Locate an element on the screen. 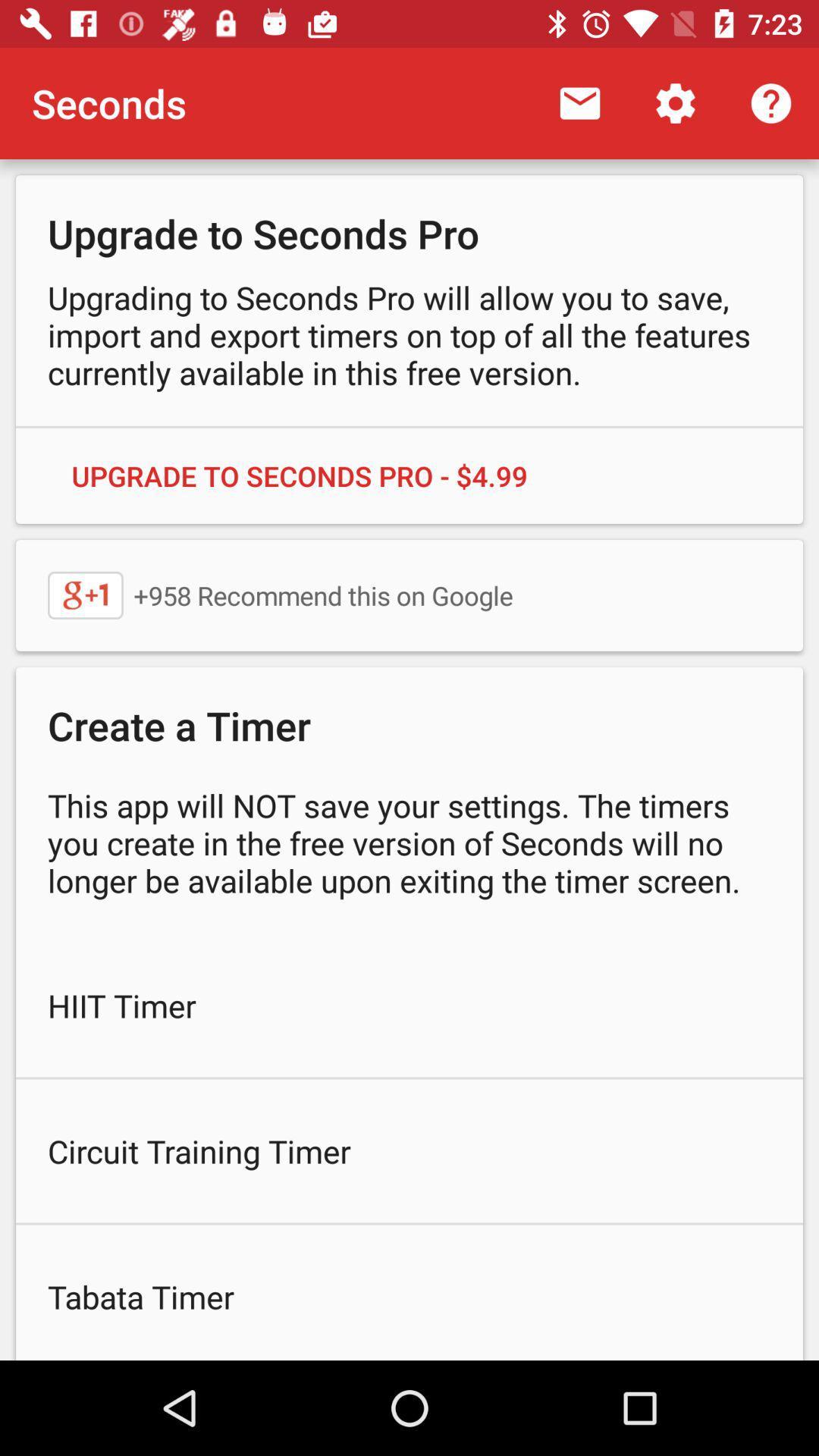 The width and height of the screenshot is (819, 1456). circuit training timer icon is located at coordinates (409, 1150).